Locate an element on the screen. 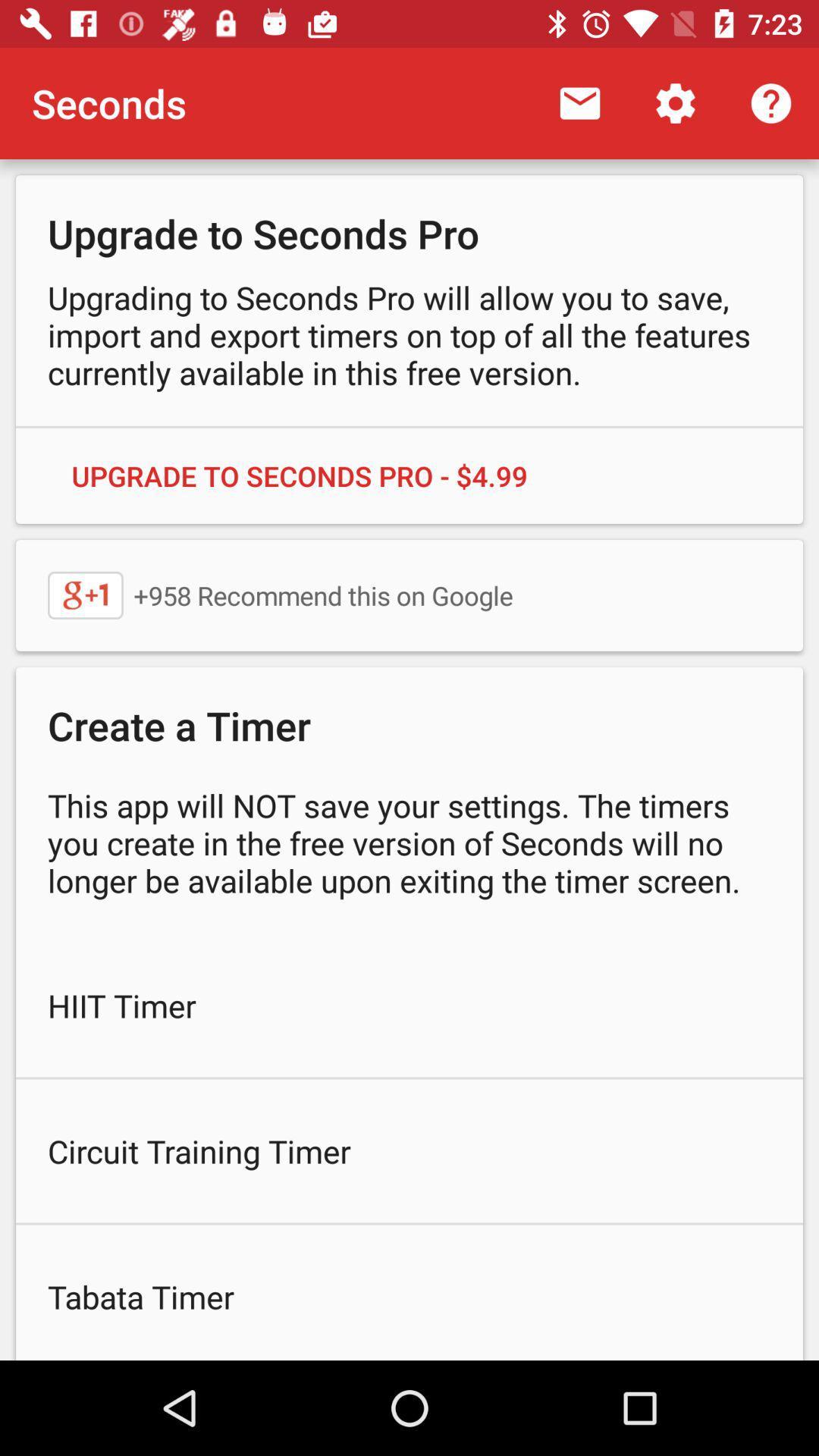 The width and height of the screenshot is (819, 1456). circuit training timer icon is located at coordinates (409, 1150).